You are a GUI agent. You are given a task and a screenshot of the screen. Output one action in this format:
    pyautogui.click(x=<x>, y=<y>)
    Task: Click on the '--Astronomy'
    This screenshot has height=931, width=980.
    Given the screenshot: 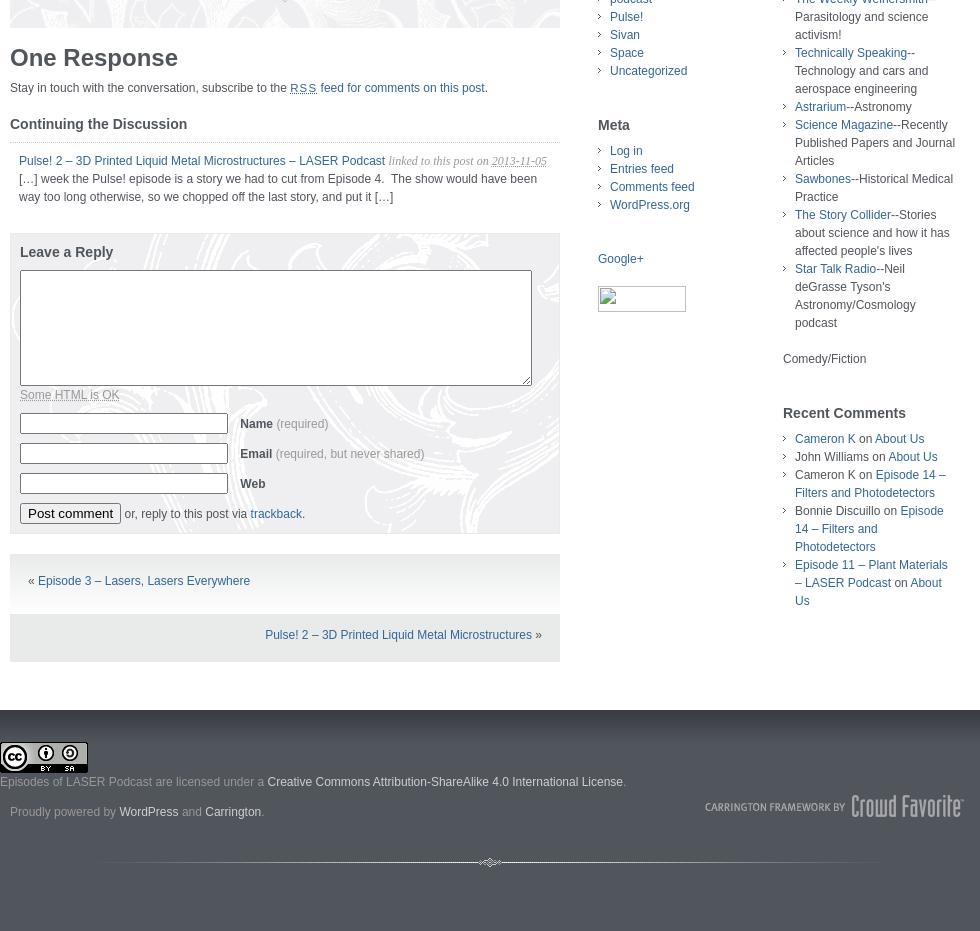 What is the action you would take?
    pyautogui.click(x=878, y=106)
    